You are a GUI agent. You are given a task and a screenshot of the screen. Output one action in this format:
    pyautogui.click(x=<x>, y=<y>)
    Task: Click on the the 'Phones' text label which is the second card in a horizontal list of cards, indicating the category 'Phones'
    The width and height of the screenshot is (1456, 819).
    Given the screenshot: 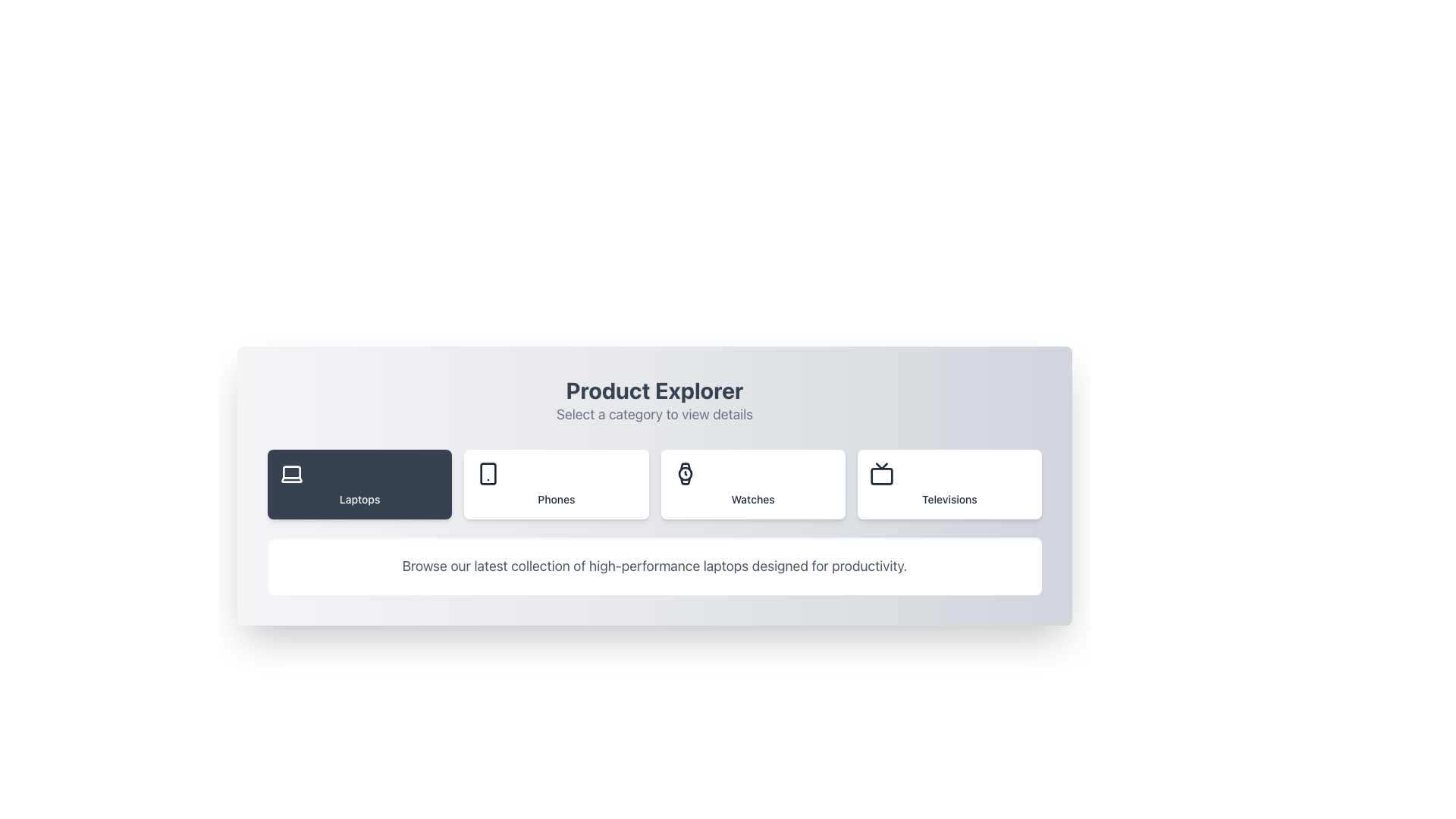 What is the action you would take?
    pyautogui.click(x=555, y=500)
    